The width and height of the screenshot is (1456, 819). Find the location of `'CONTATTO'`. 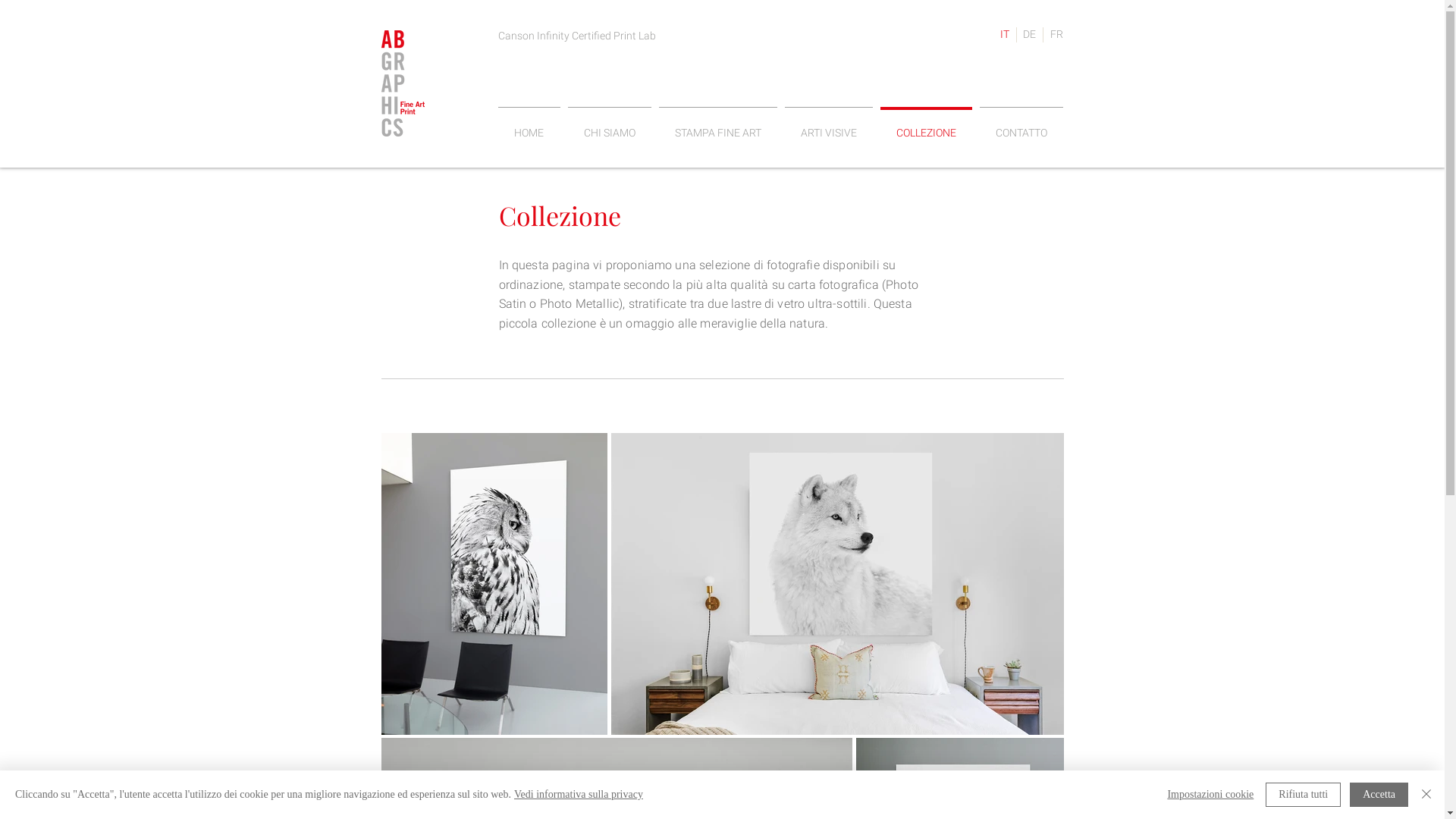

'CONTATTO' is located at coordinates (1020, 124).